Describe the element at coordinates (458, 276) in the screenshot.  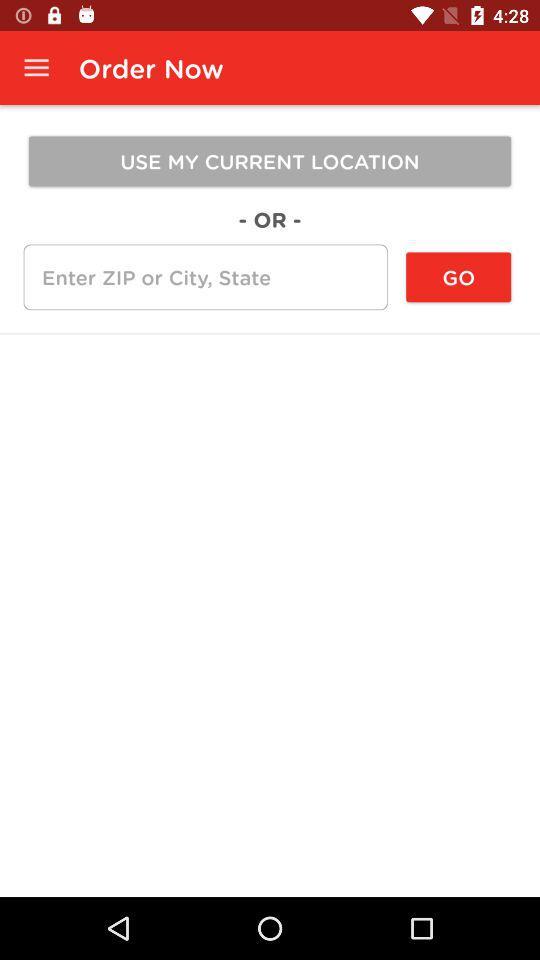
I see `the icon below the use my current icon` at that location.